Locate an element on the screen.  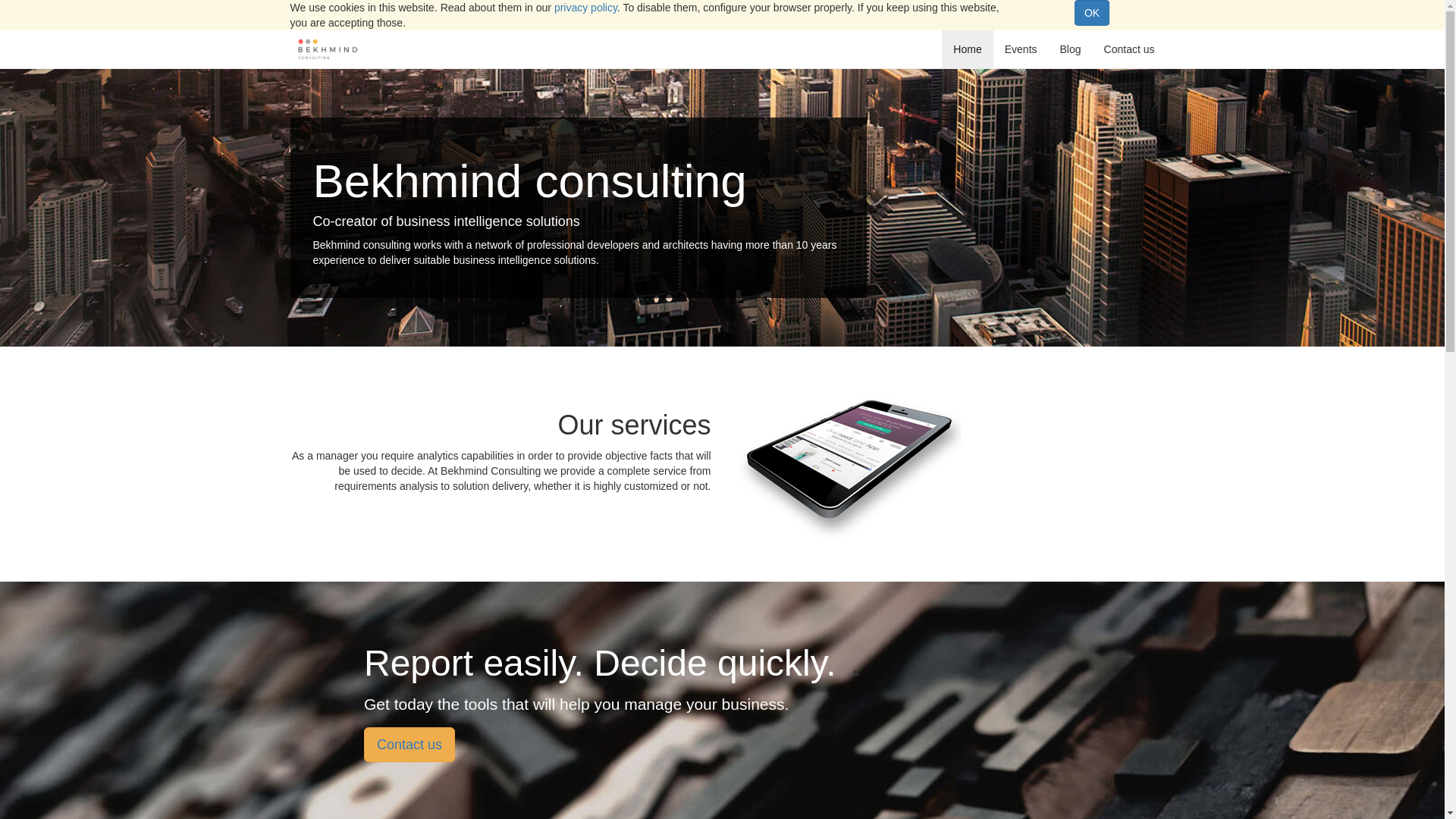
'Contact us' is located at coordinates (409, 744).